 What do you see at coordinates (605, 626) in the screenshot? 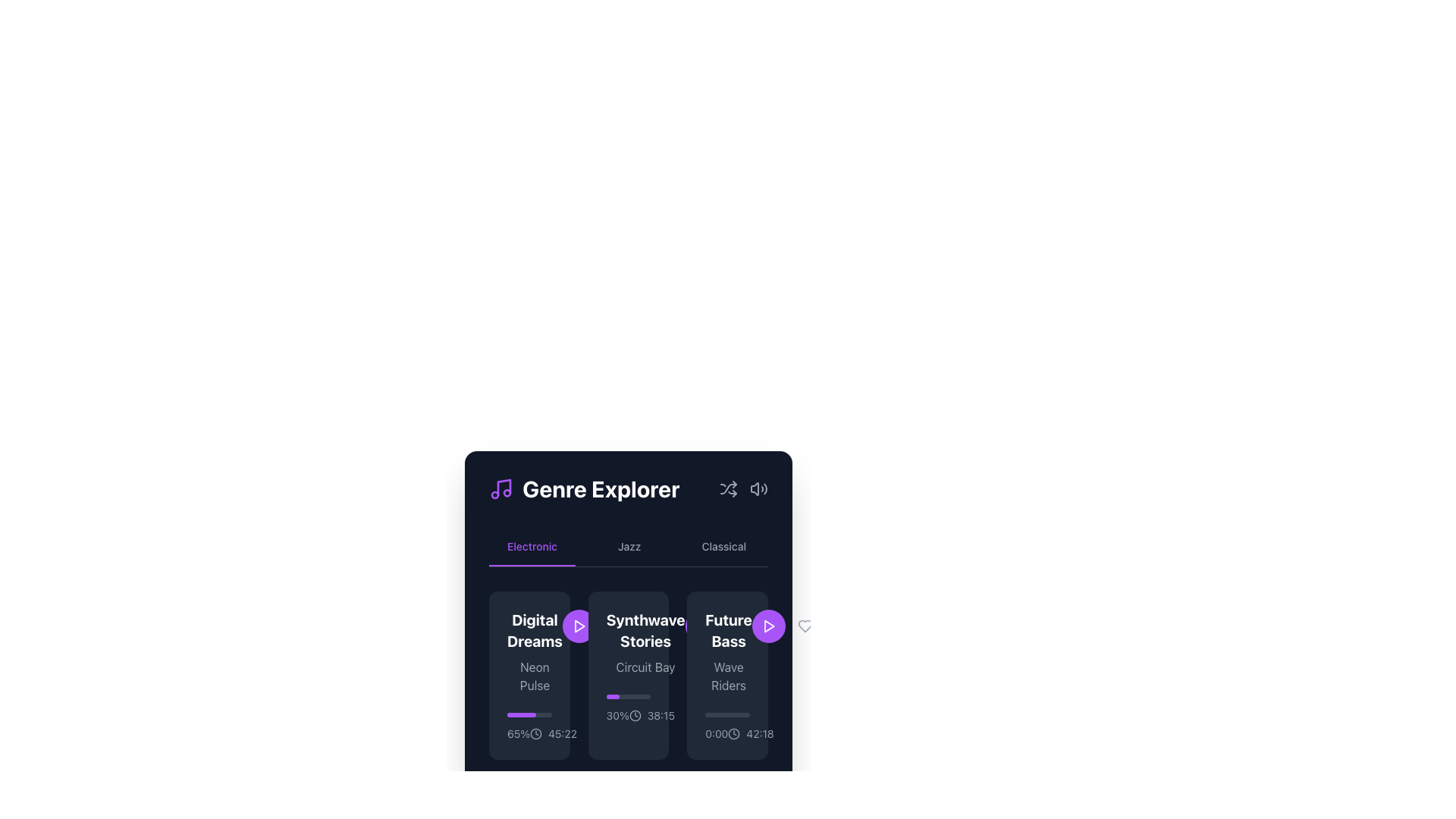
I see `the heart button located in the second row of track cards within the 'Genre Explorer' widget` at bounding box center [605, 626].